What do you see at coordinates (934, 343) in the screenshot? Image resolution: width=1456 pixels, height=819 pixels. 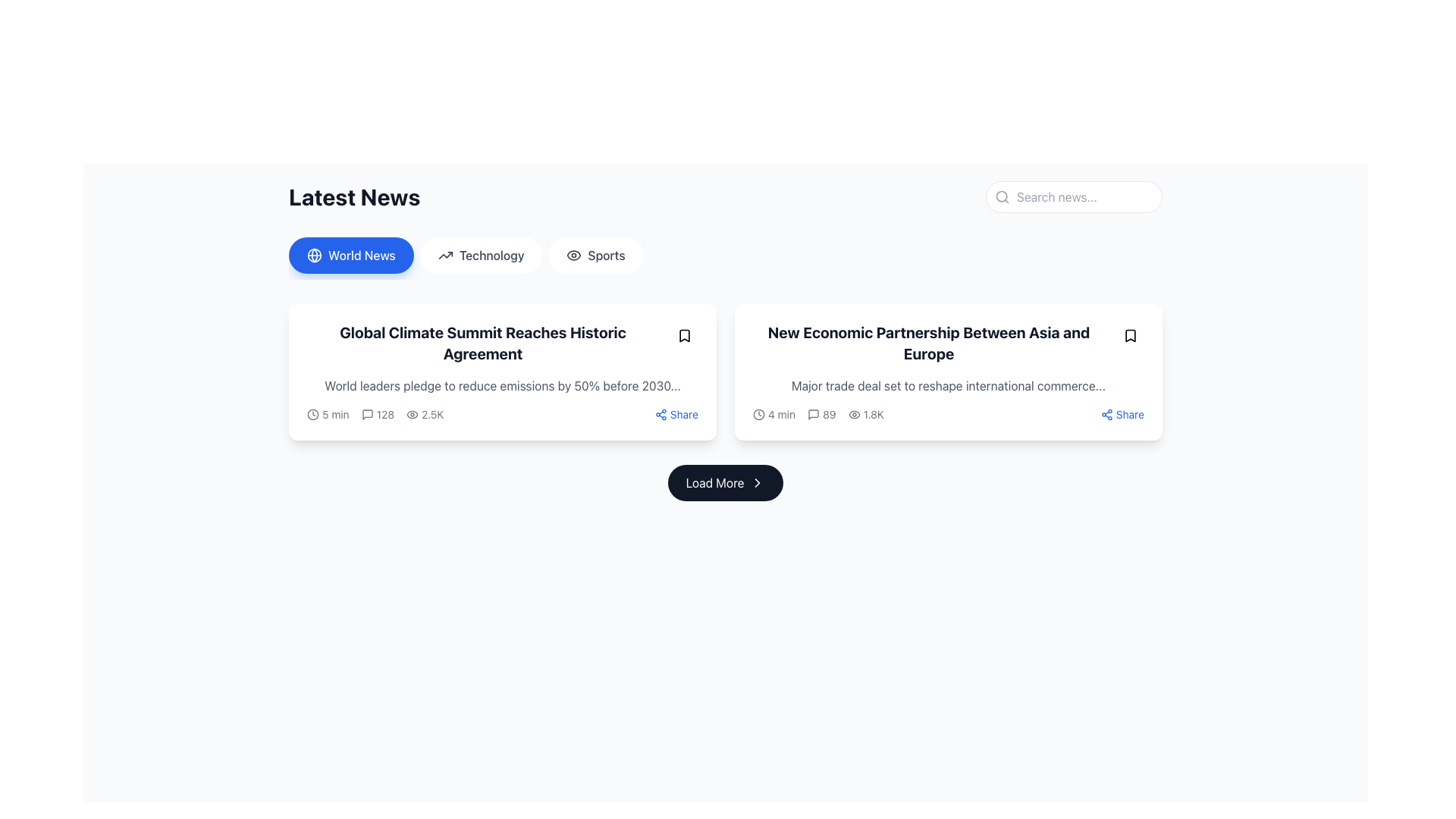 I see `prominent text label displaying 'New Economic Partnership Between Asia and Europe' located beneath the 'Latest News' section on the right side of the page` at bounding box center [934, 343].